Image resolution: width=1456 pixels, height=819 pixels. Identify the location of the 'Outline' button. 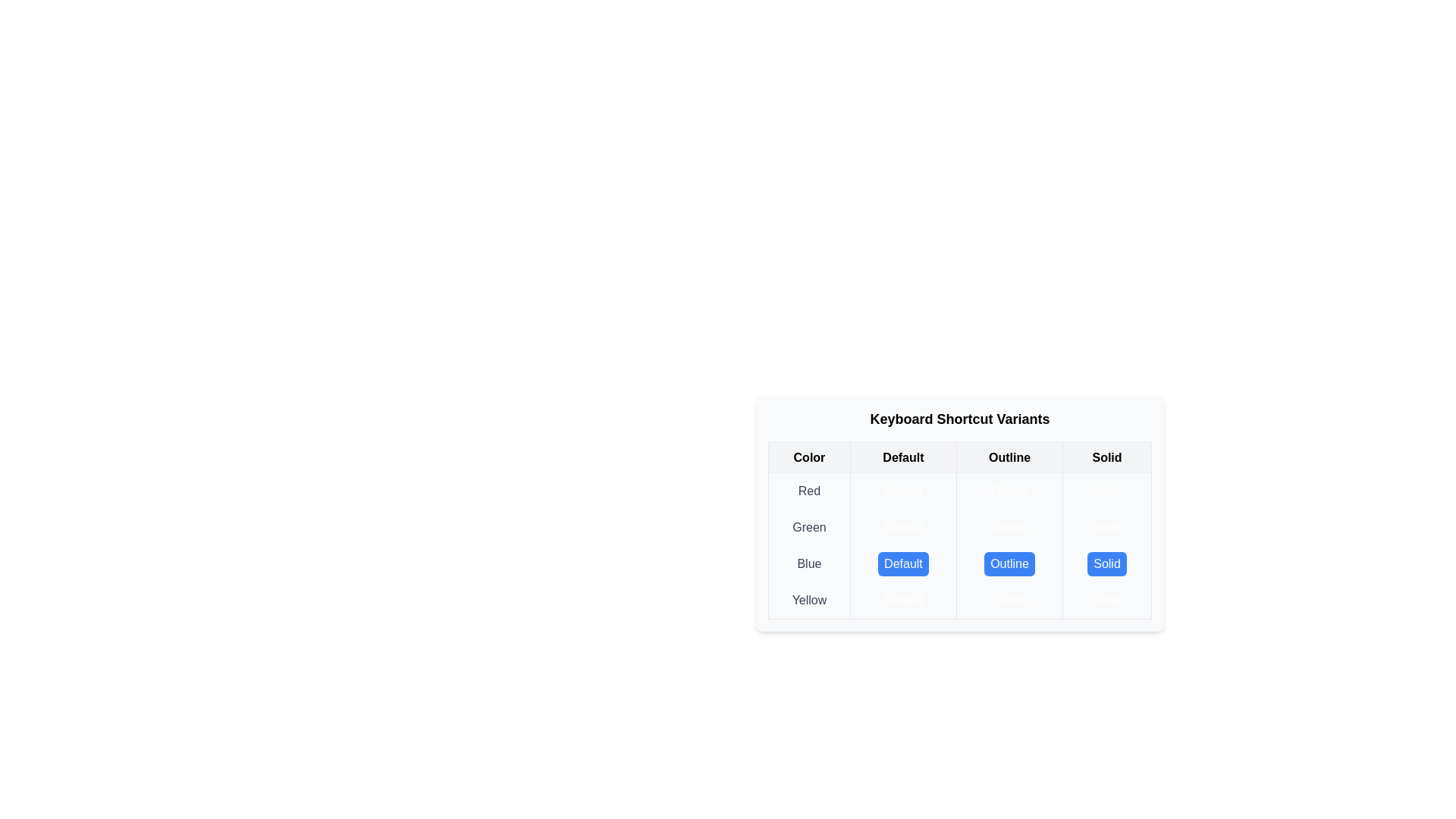
(1009, 564).